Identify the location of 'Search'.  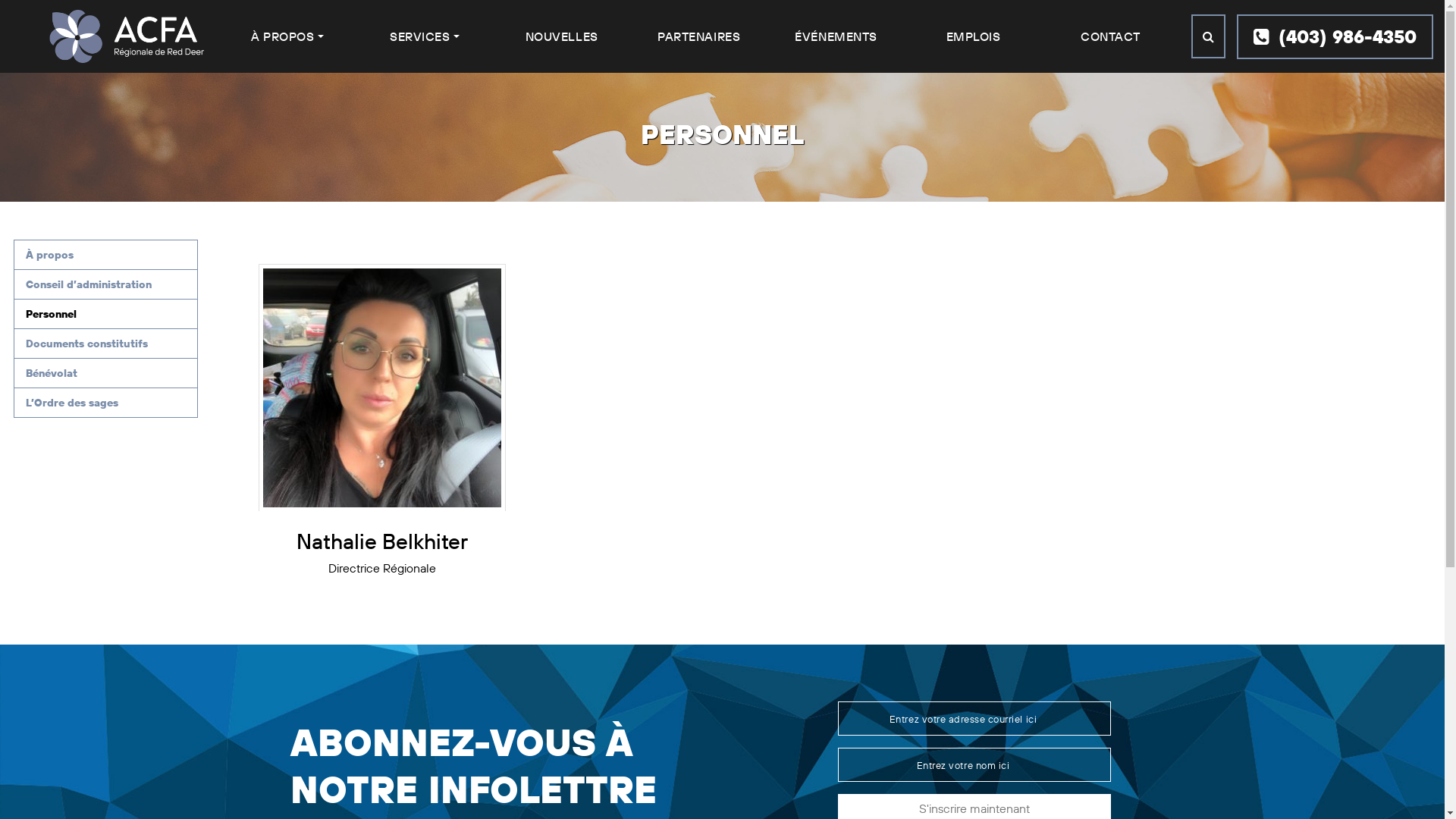
(1207, 35).